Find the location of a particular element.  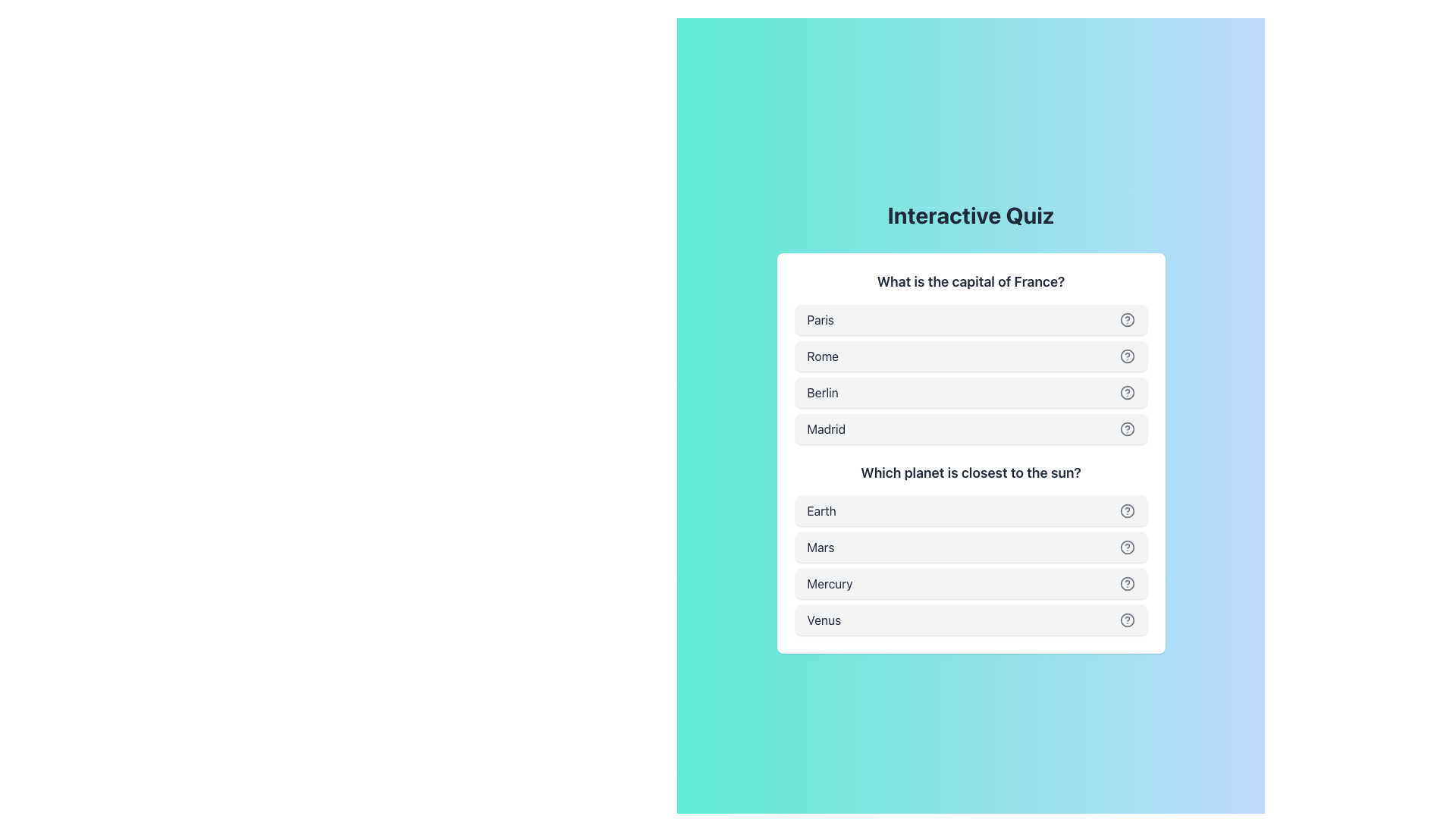

the second answer choice button for the multiple-choice question 'What is the capital of France?' is located at coordinates (971, 357).